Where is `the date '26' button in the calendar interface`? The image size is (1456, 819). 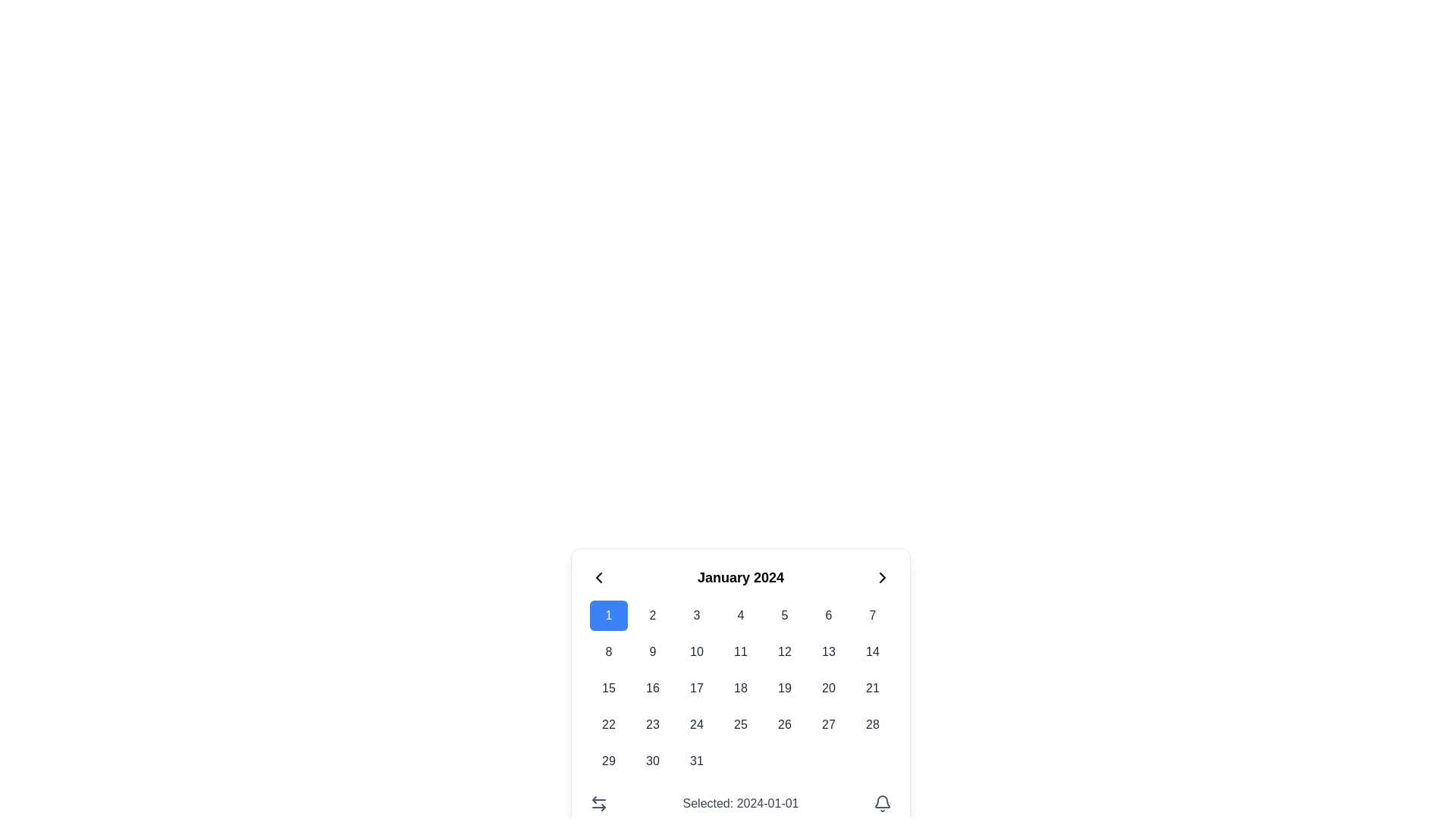 the date '26' button in the calendar interface is located at coordinates (785, 724).